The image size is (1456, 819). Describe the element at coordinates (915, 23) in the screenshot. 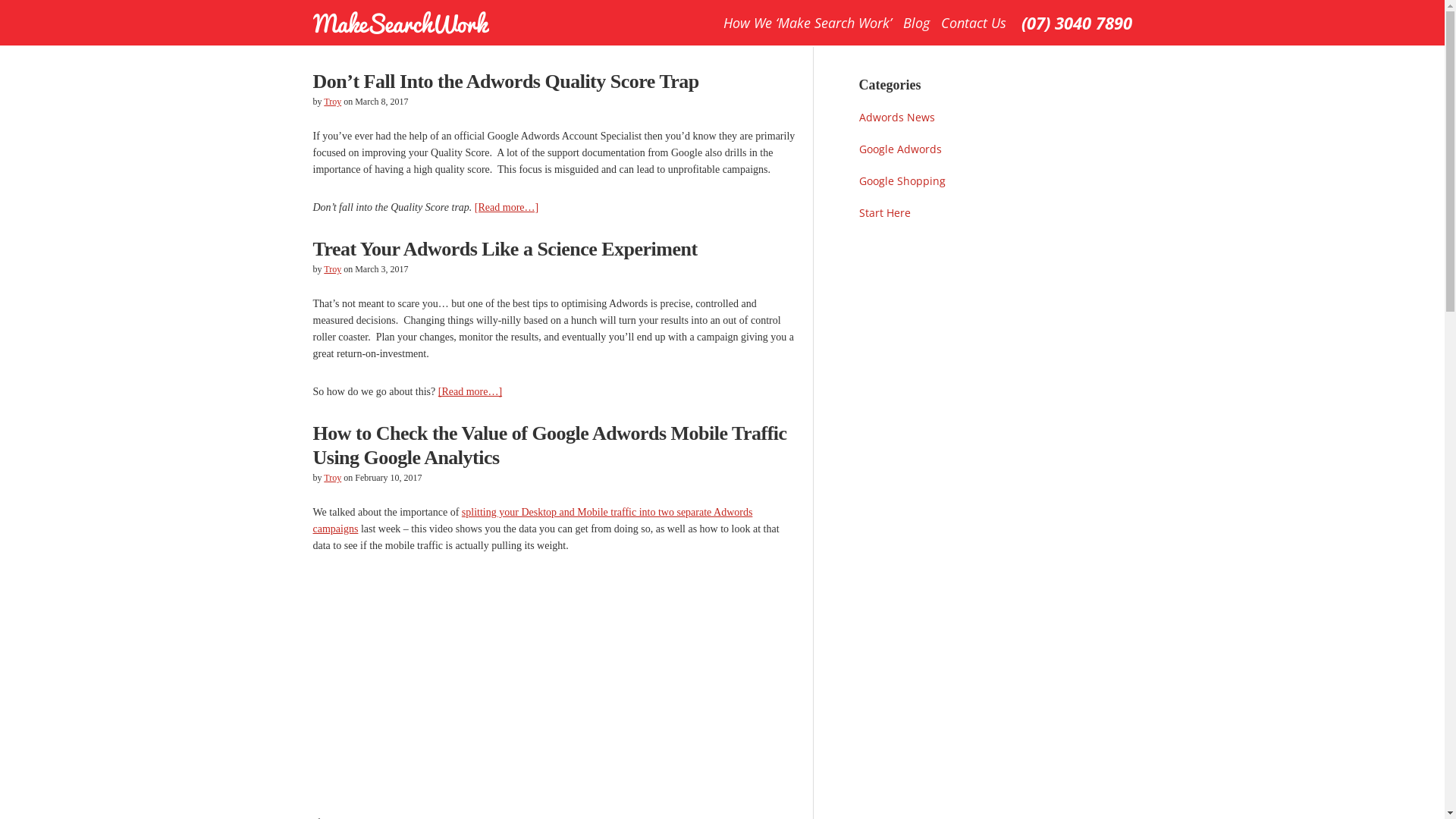

I see `'Blog'` at that location.